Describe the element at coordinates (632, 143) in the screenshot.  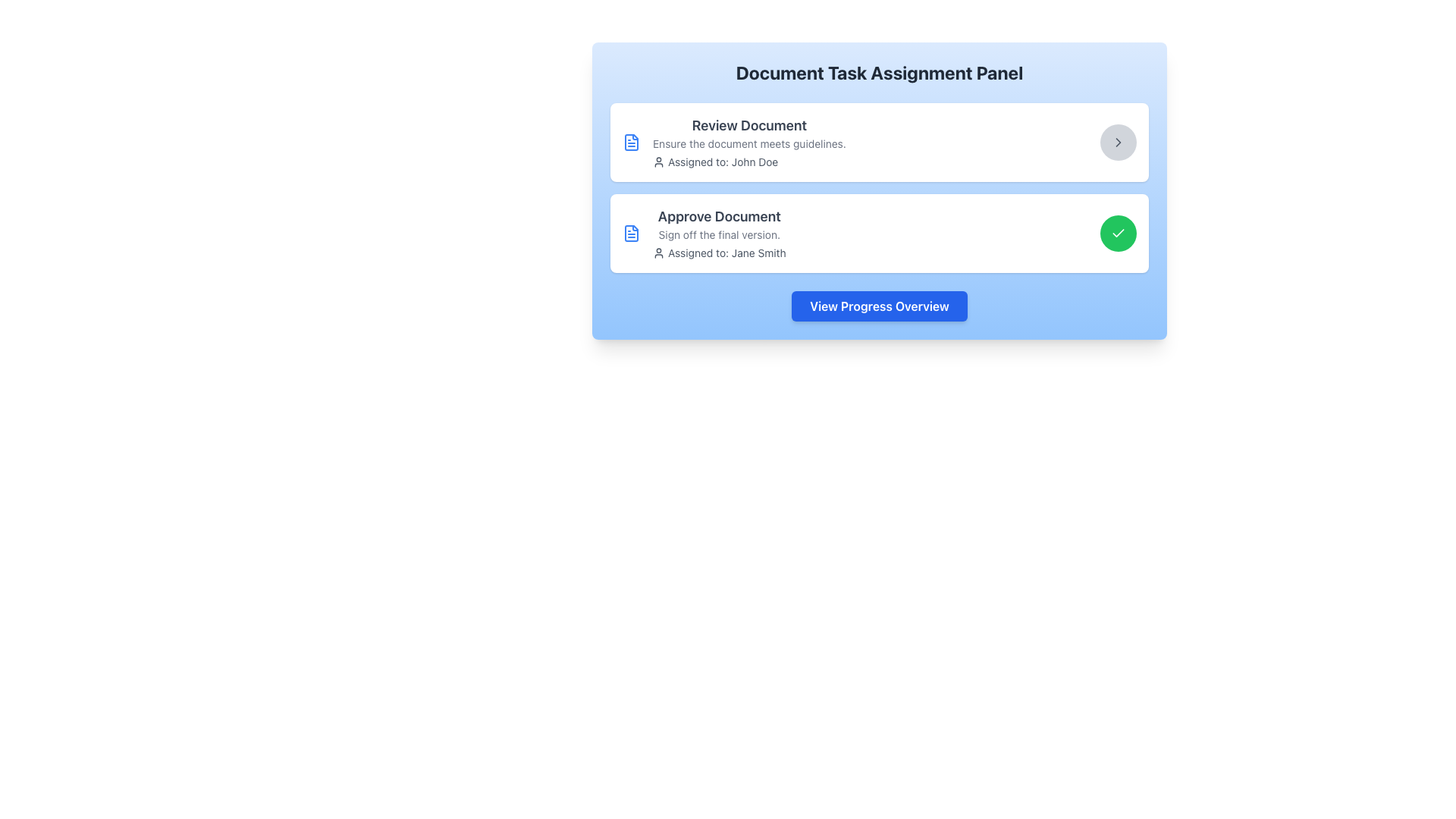
I see `the document icon with a blue outline and line patterns, located to the left of the 'Review Document' task title text in the task description box` at that location.